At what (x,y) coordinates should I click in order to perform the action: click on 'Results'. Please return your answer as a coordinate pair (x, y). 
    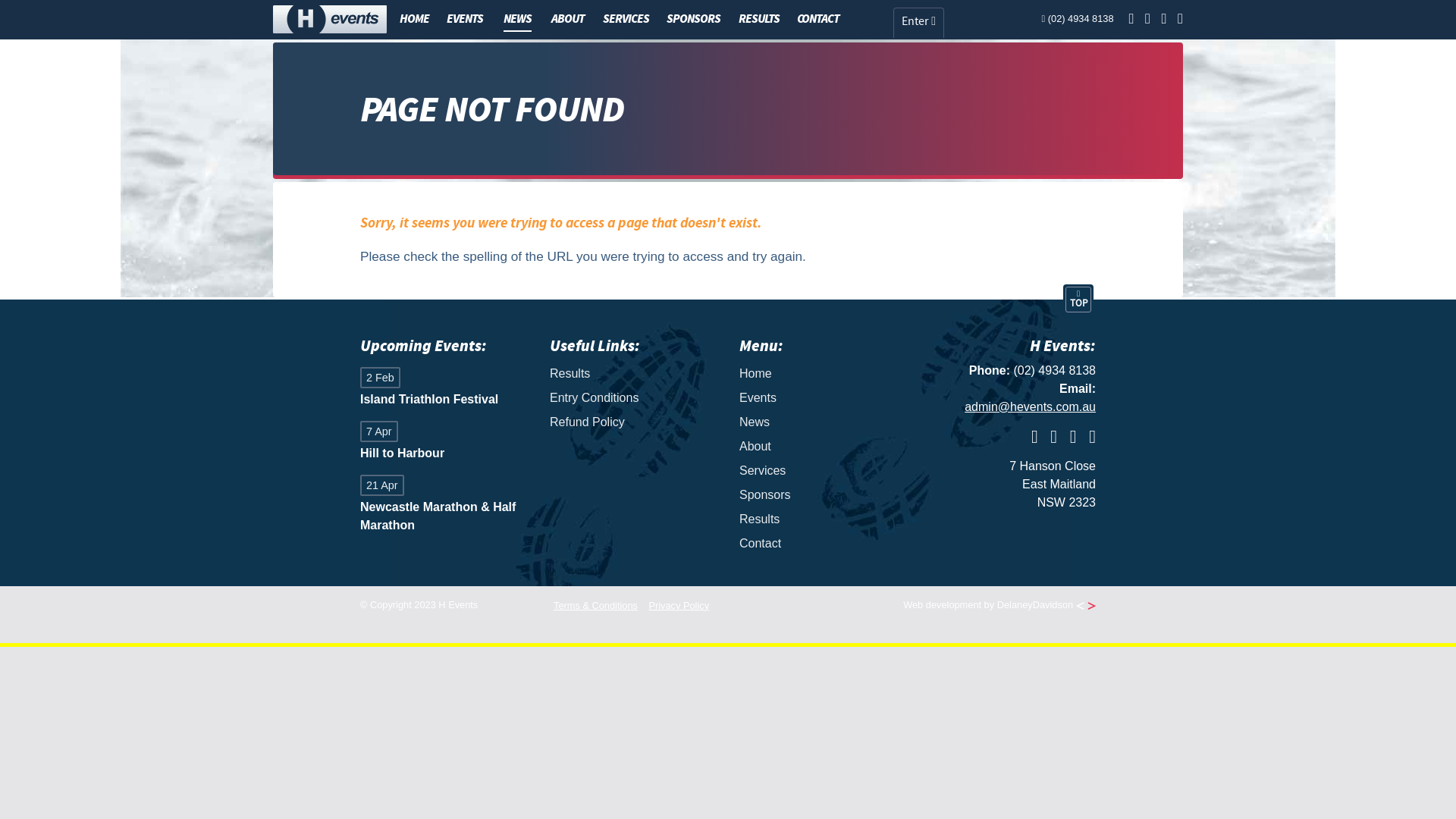
    Looking at the image, I should click on (633, 374).